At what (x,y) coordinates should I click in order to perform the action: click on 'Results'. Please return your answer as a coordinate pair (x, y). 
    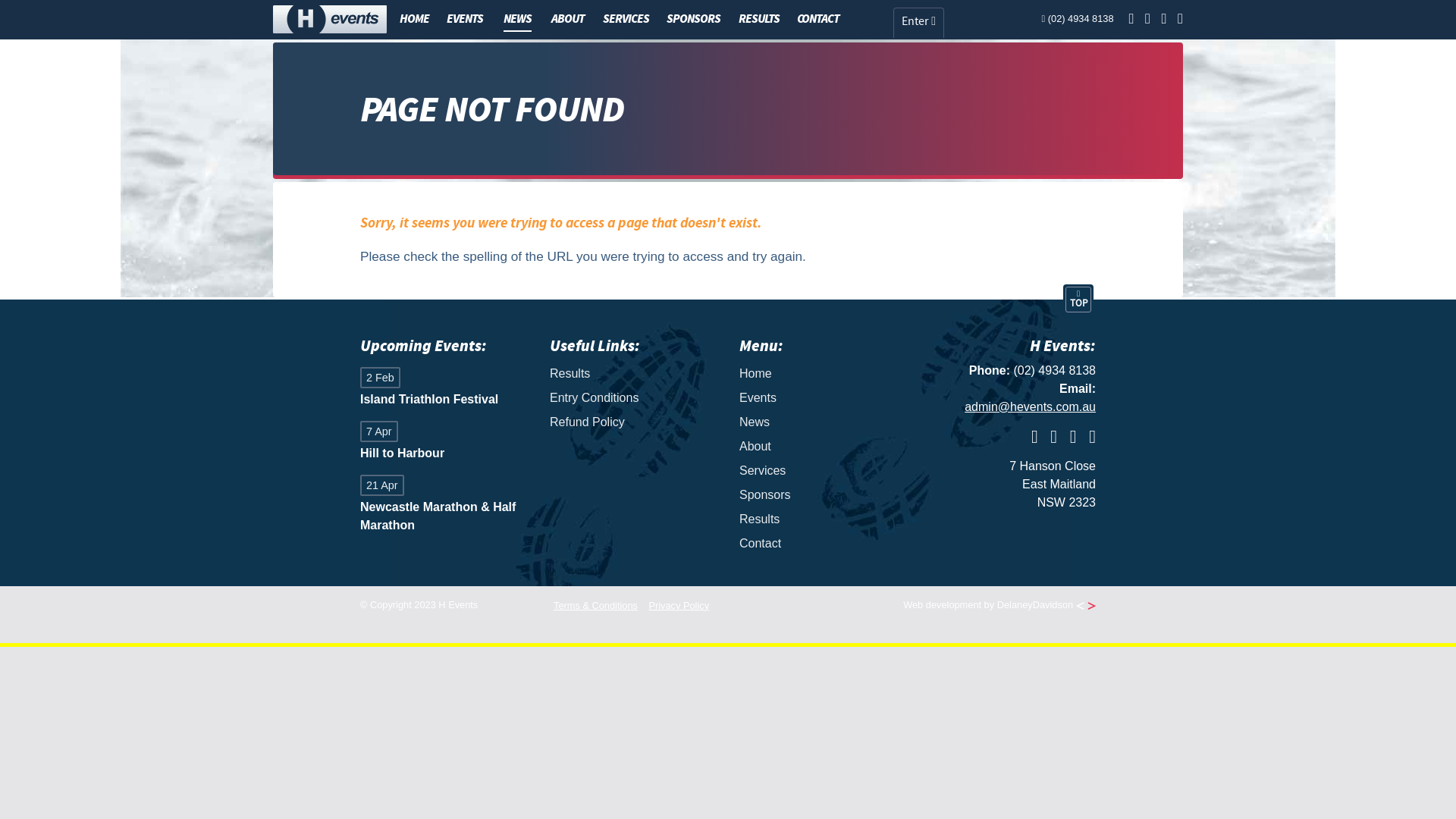
    Looking at the image, I should click on (633, 374).